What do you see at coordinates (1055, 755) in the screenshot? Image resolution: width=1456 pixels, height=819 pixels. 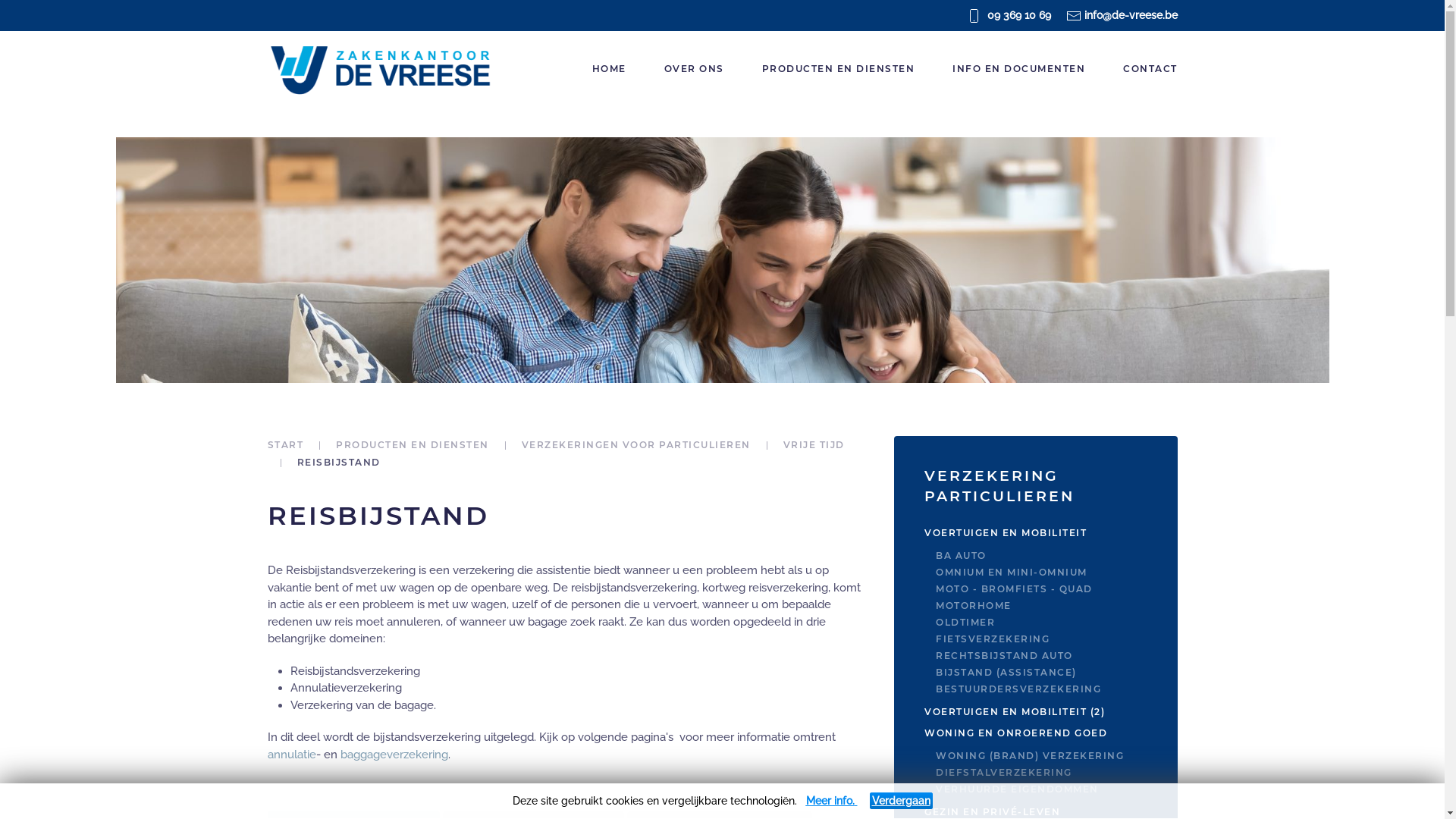 I see `'WONING (BRAND) VERZEKERING'` at bounding box center [1055, 755].